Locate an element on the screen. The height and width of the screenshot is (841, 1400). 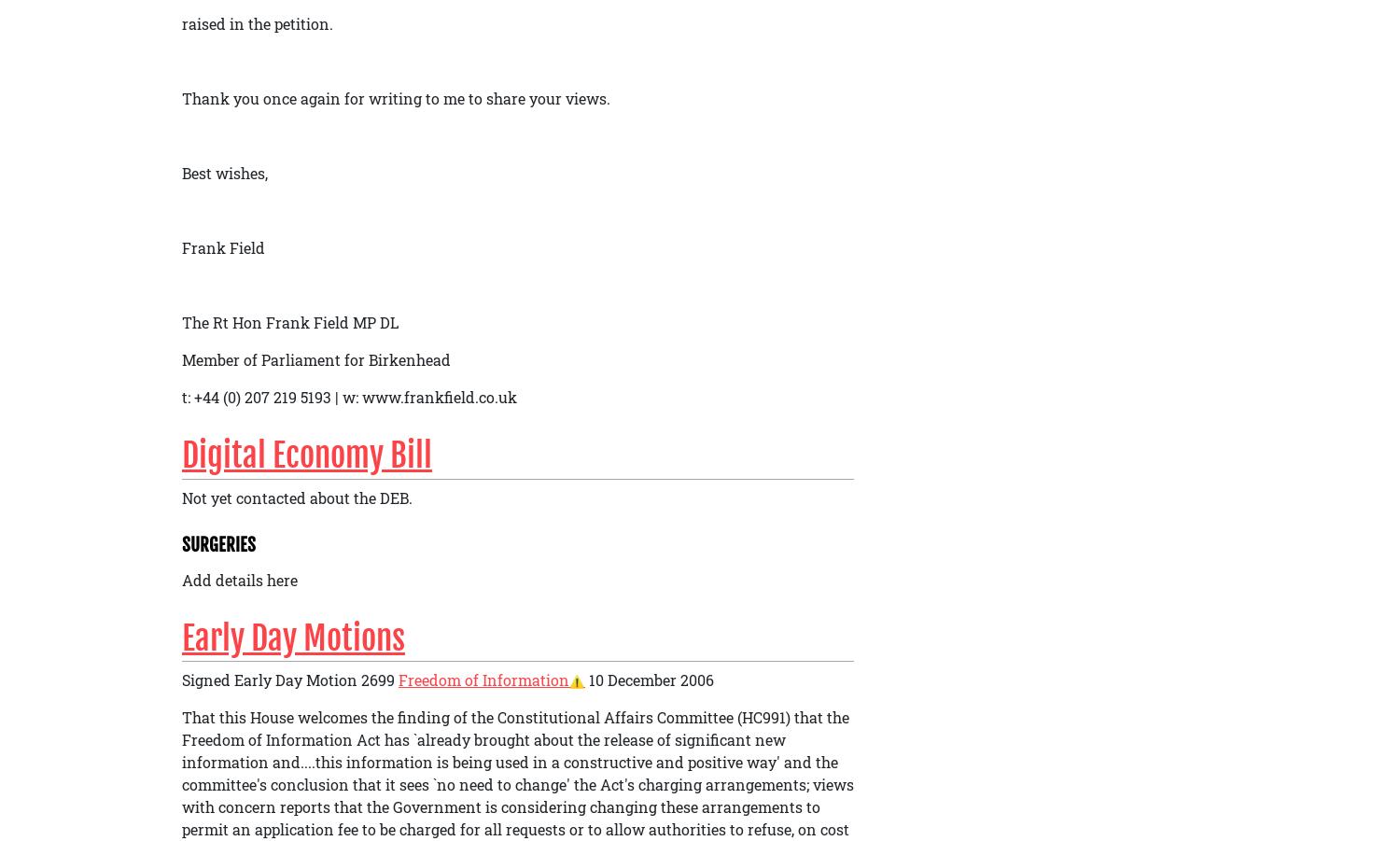
'Digital Economy Bill' is located at coordinates (305, 455).